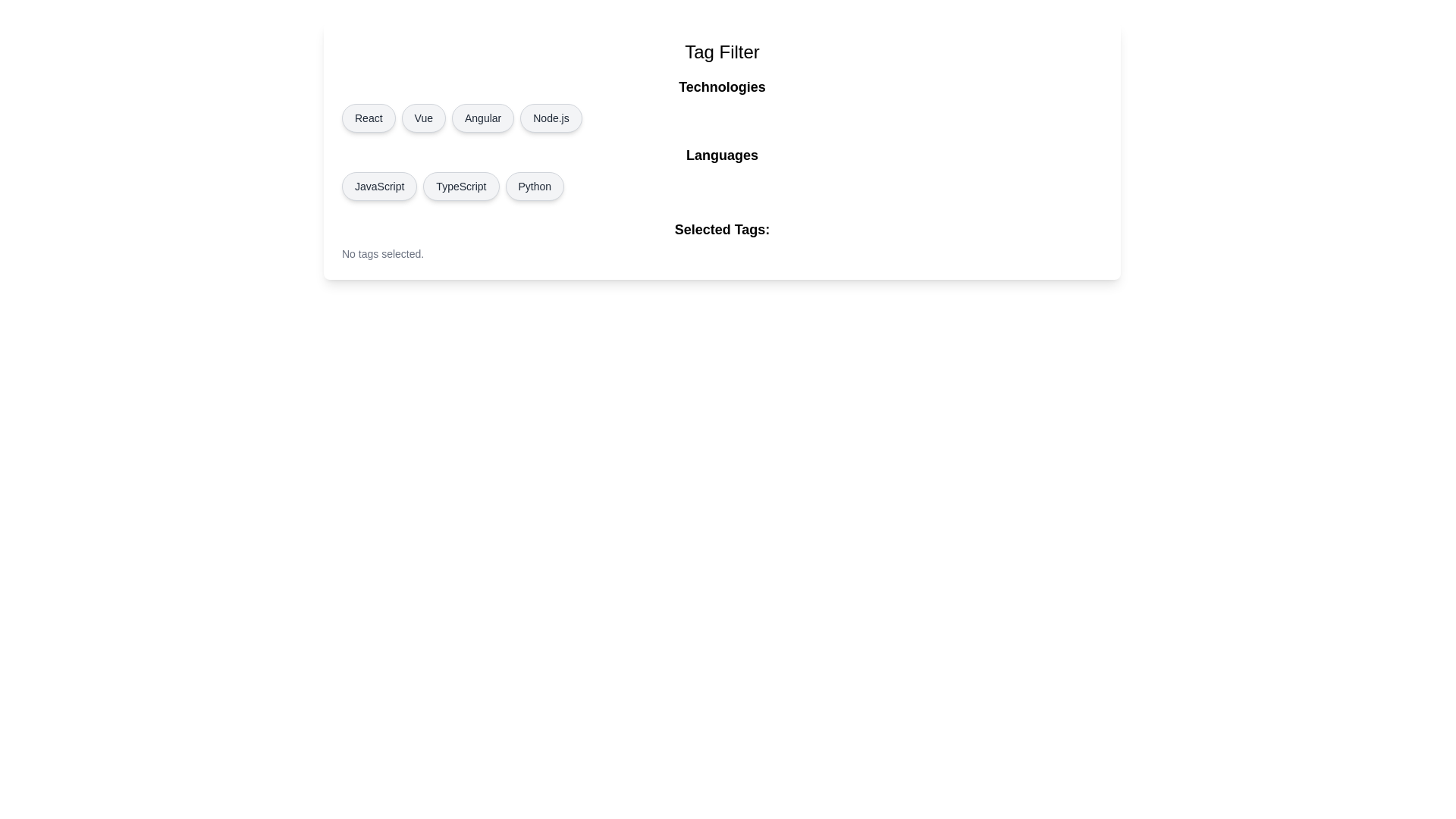 Image resolution: width=1456 pixels, height=819 pixels. Describe the element at coordinates (721, 239) in the screenshot. I see `the informational text block labeled 'Selected Tags:' which displays the message 'No tags selected.'` at that location.